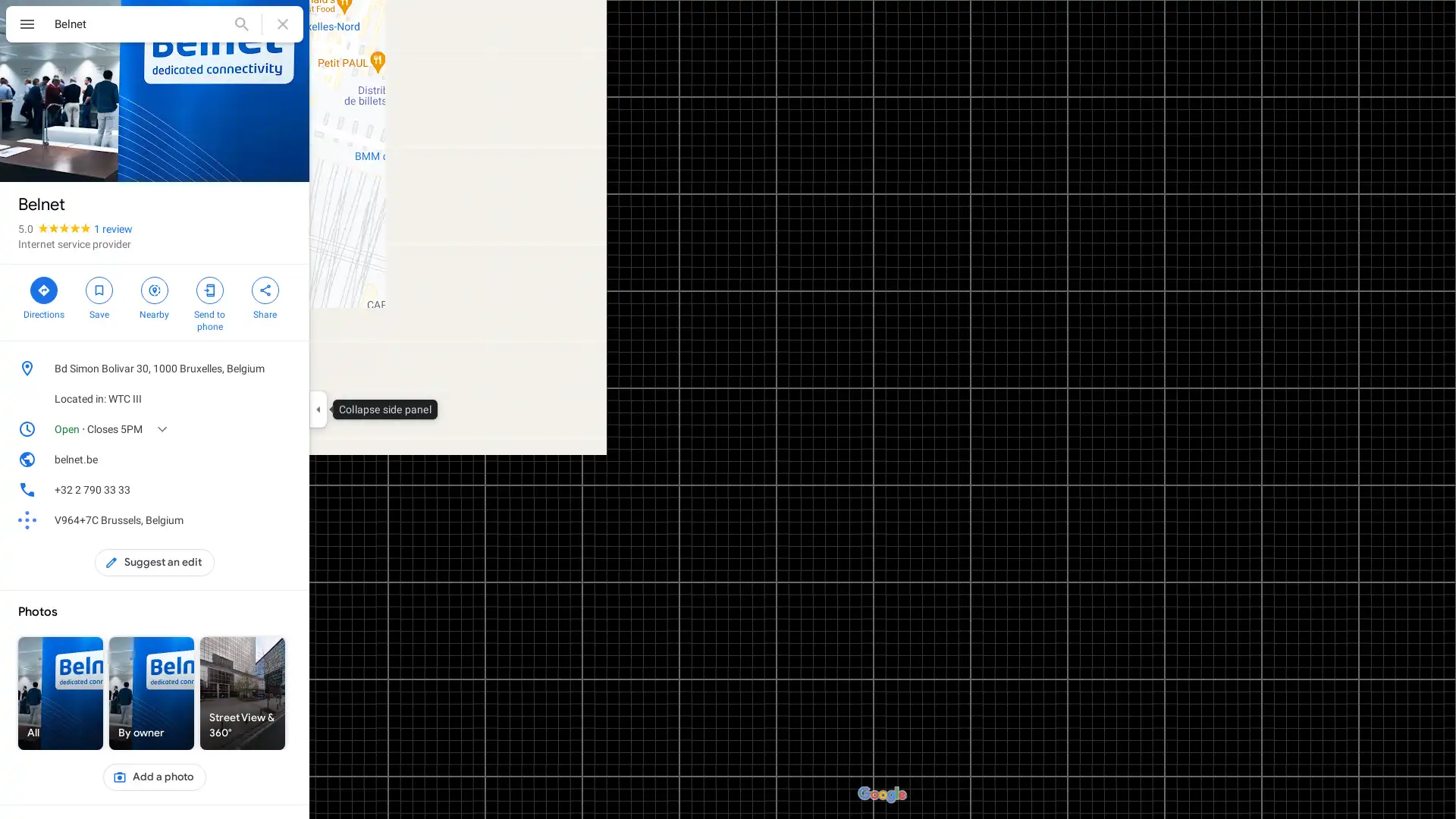 The height and width of the screenshot is (819, 1456). Describe the element at coordinates (317, 409) in the screenshot. I see `Collapse side panel` at that location.